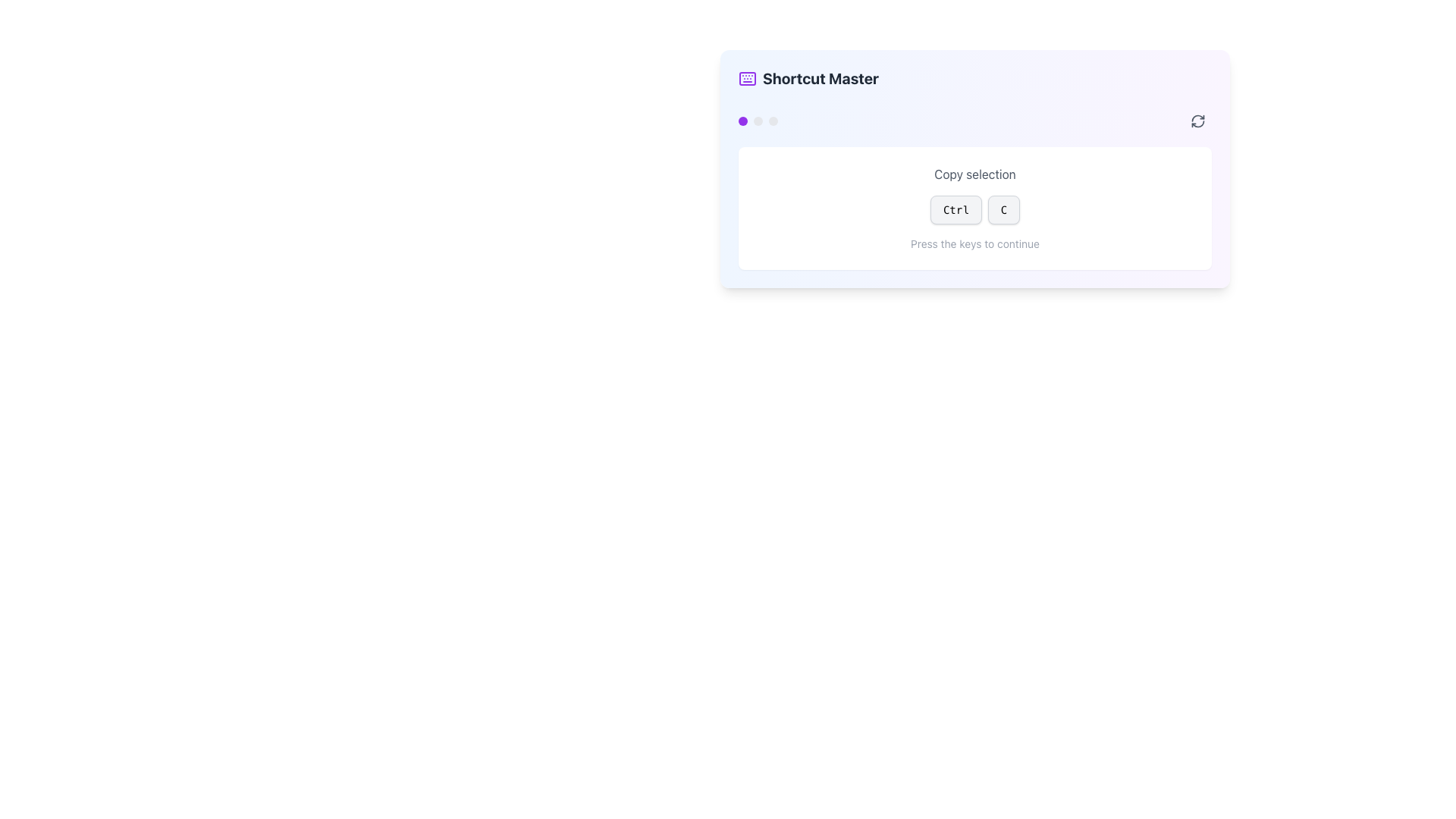 This screenshot has width=1456, height=819. Describe the element at coordinates (975, 243) in the screenshot. I see `the static text label displaying 'Press the keys to continue', which is located at the bottom of the 'Shortcut Master' card component` at that location.